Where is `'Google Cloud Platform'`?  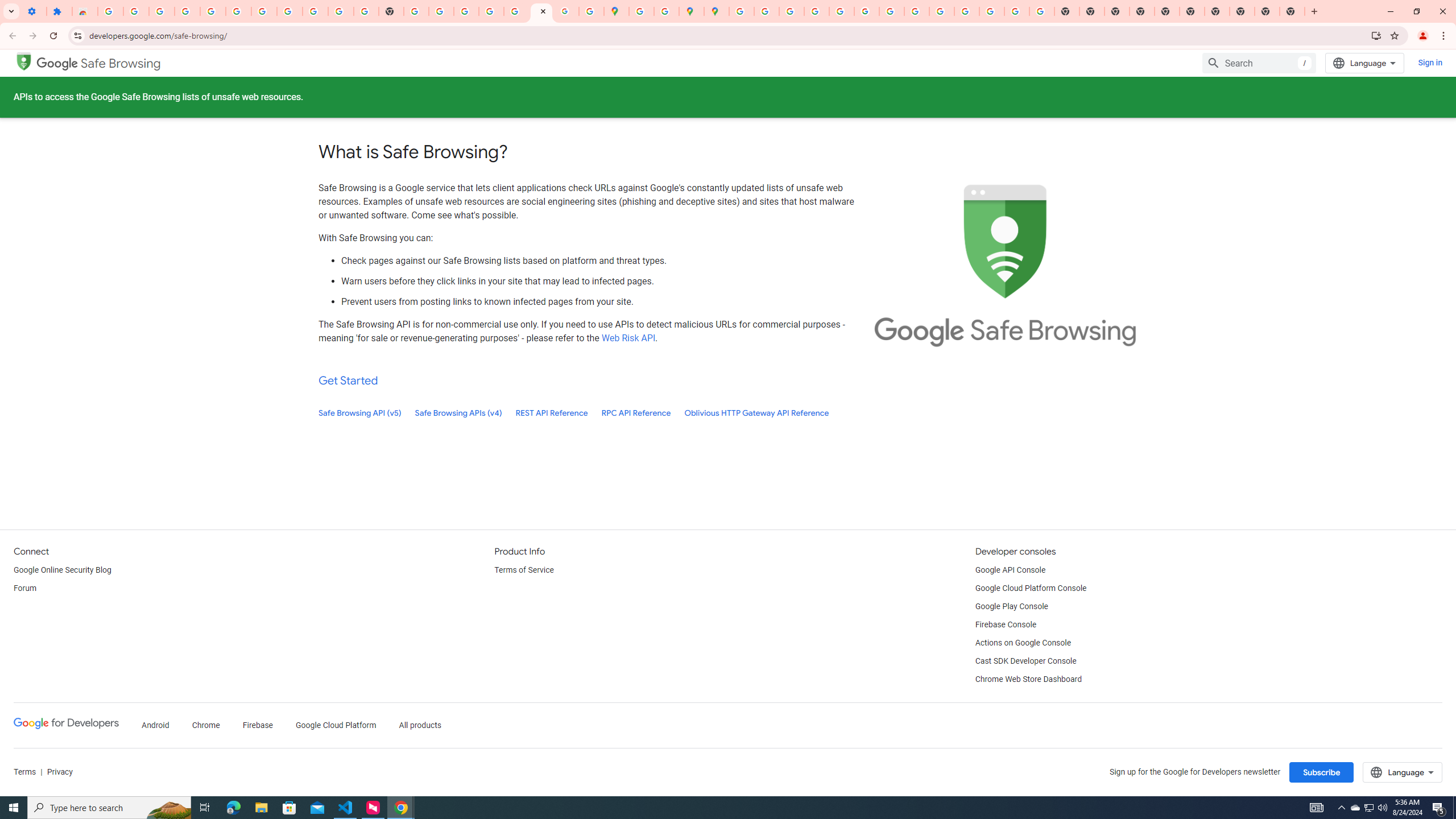 'Google Cloud Platform' is located at coordinates (336, 725).